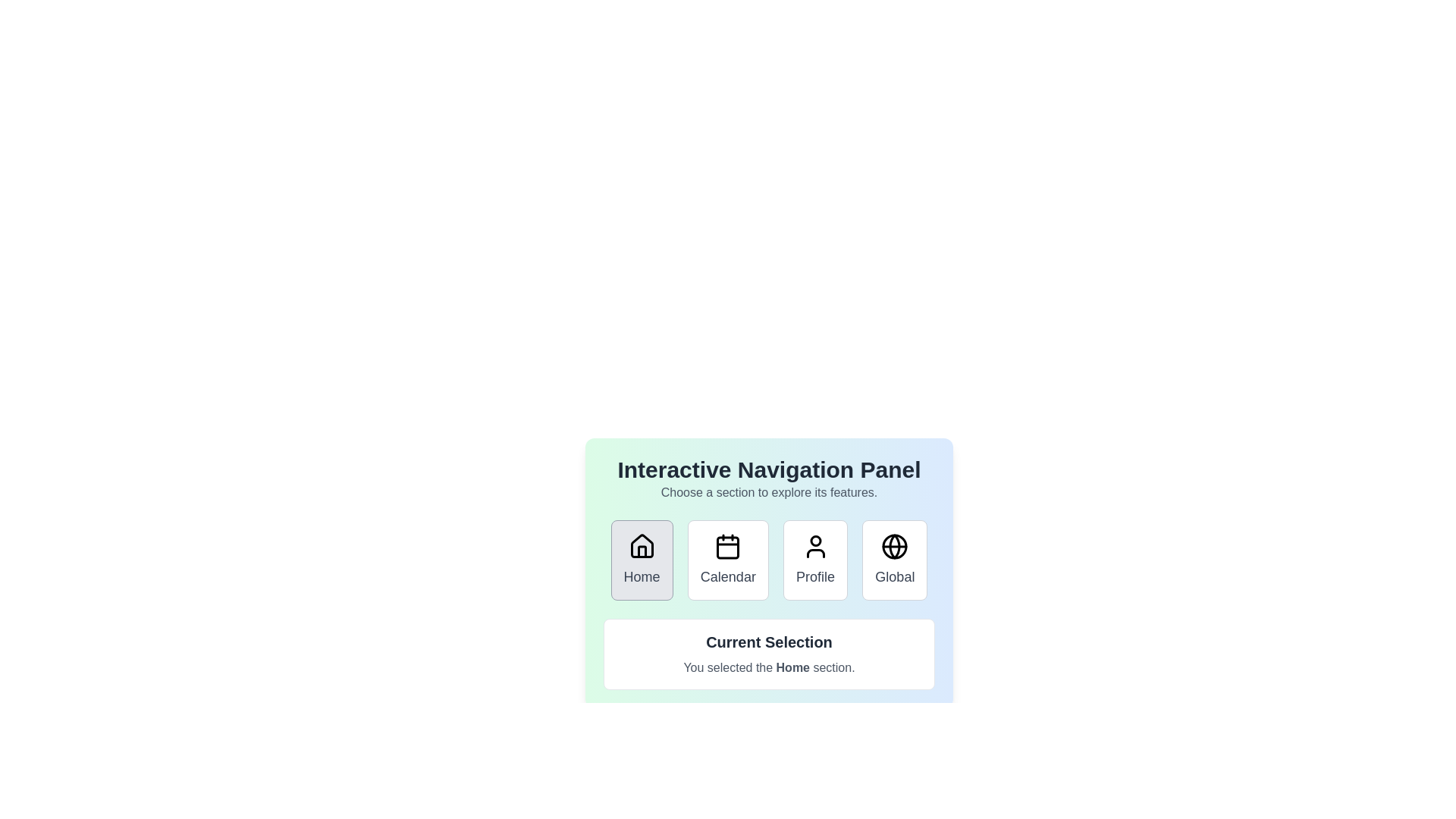  Describe the element at coordinates (814, 547) in the screenshot. I see `the icon with a circular head and rounded shoulders located at the top center of the 'Profile' button` at that location.